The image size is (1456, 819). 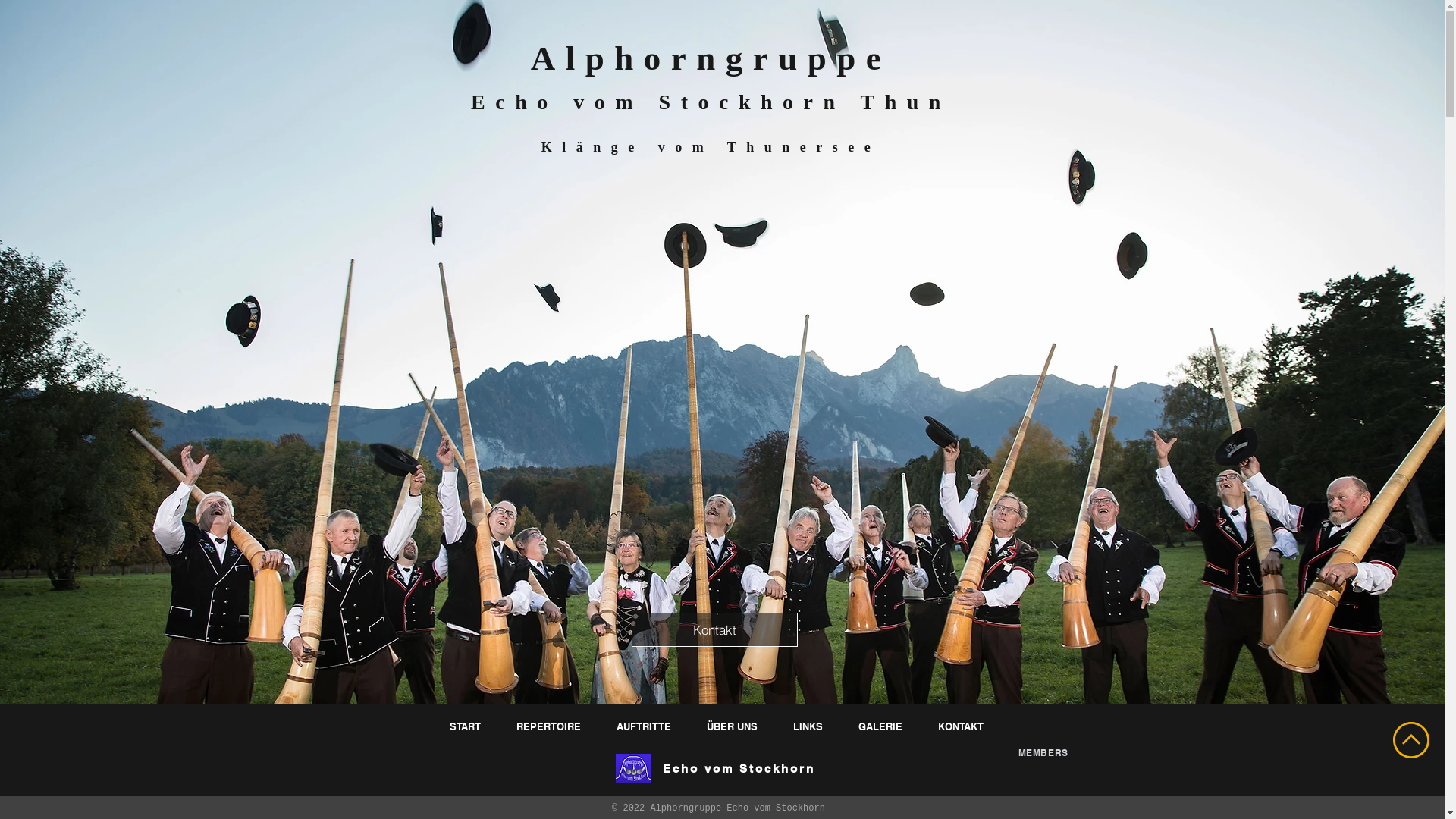 What do you see at coordinates (549, 726) in the screenshot?
I see `'REPERTOIRE'` at bounding box center [549, 726].